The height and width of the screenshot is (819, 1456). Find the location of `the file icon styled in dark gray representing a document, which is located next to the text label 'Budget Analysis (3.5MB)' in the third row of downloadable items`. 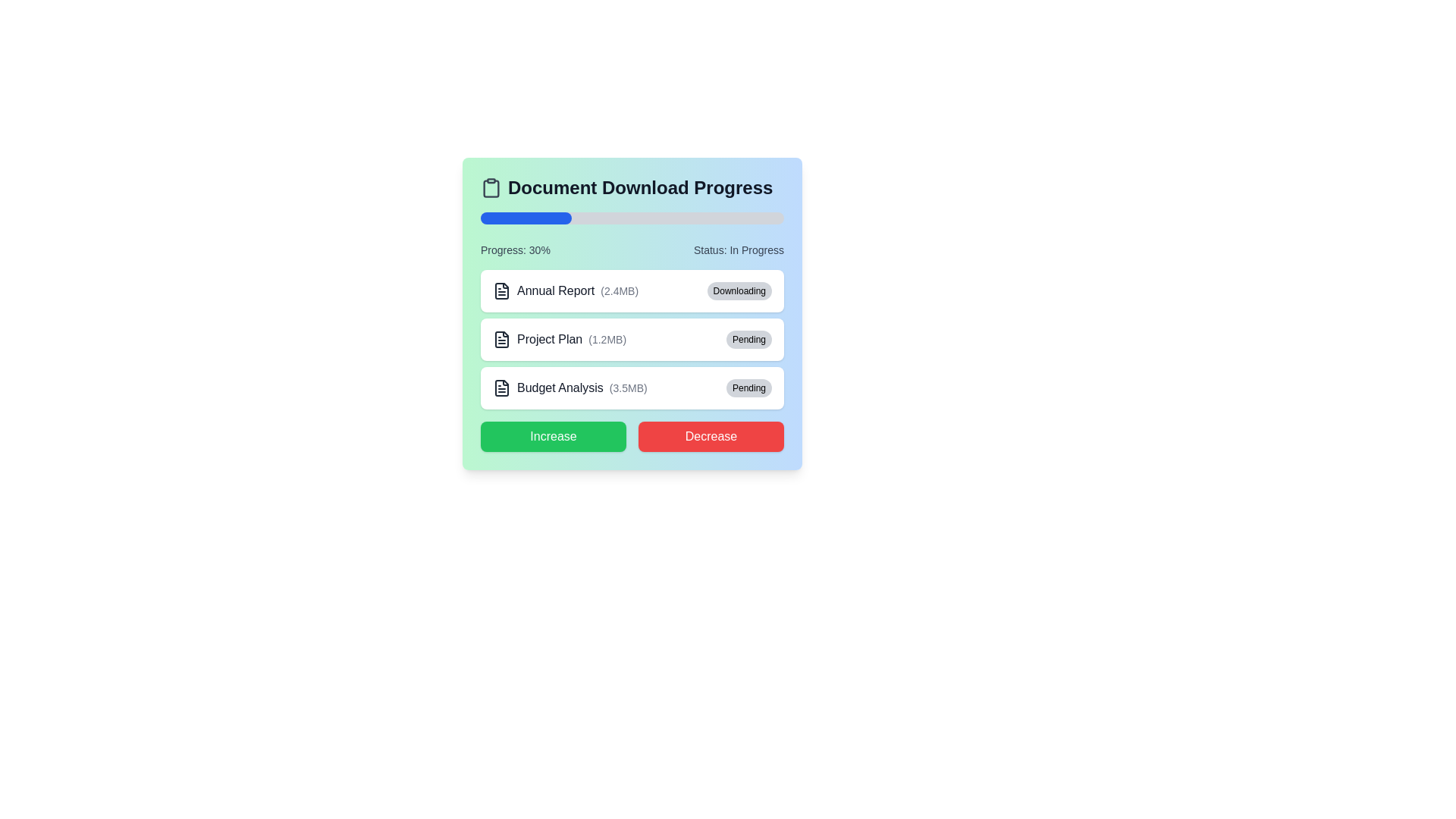

the file icon styled in dark gray representing a document, which is located next to the text label 'Budget Analysis (3.5MB)' in the third row of downloadable items is located at coordinates (502, 388).